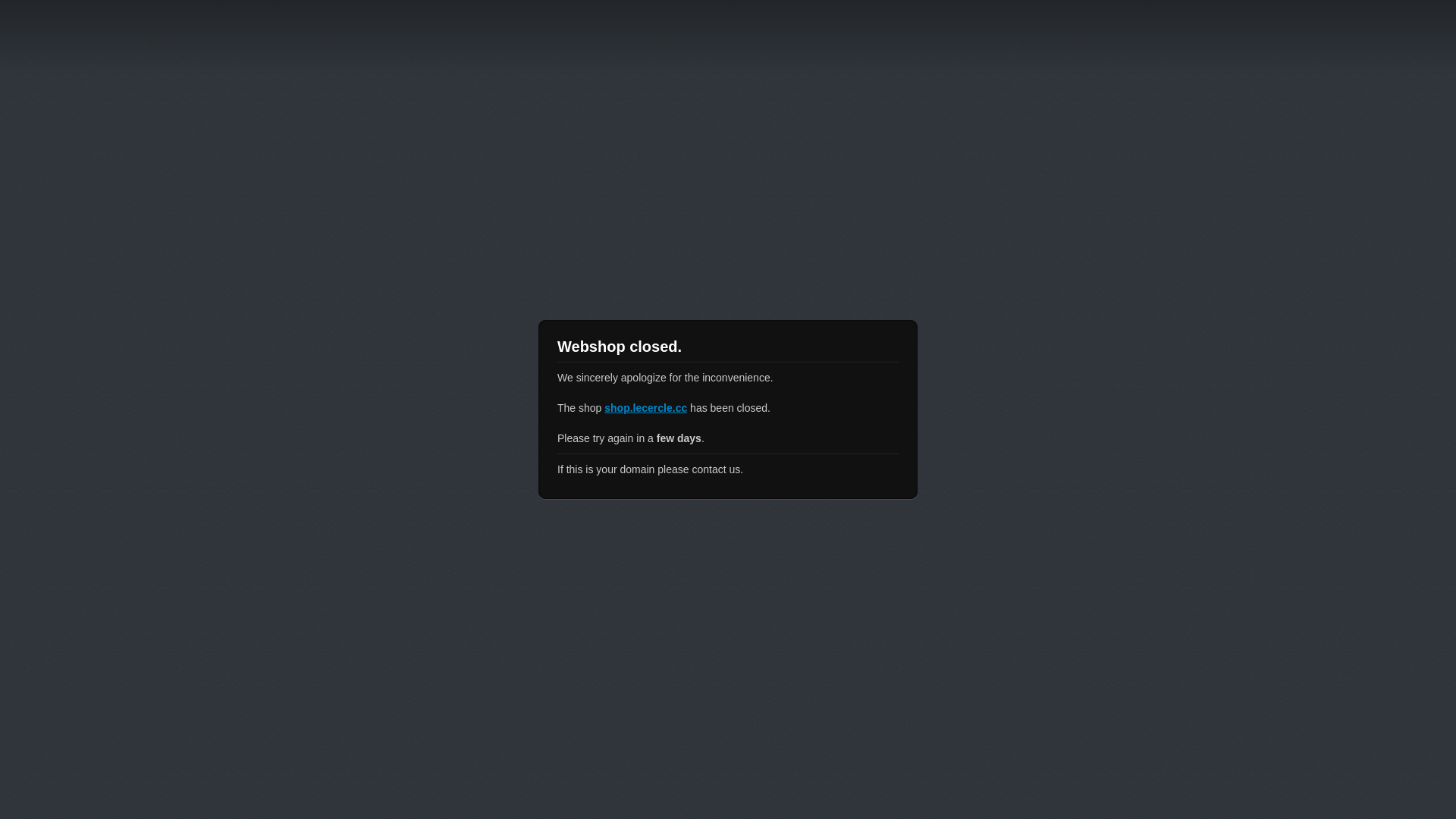 The height and width of the screenshot is (819, 1456). What do you see at coordinates (645, 406) in the screenshot?
I see `'shop.lecercle.cc'` at bounding box center [645, 406].